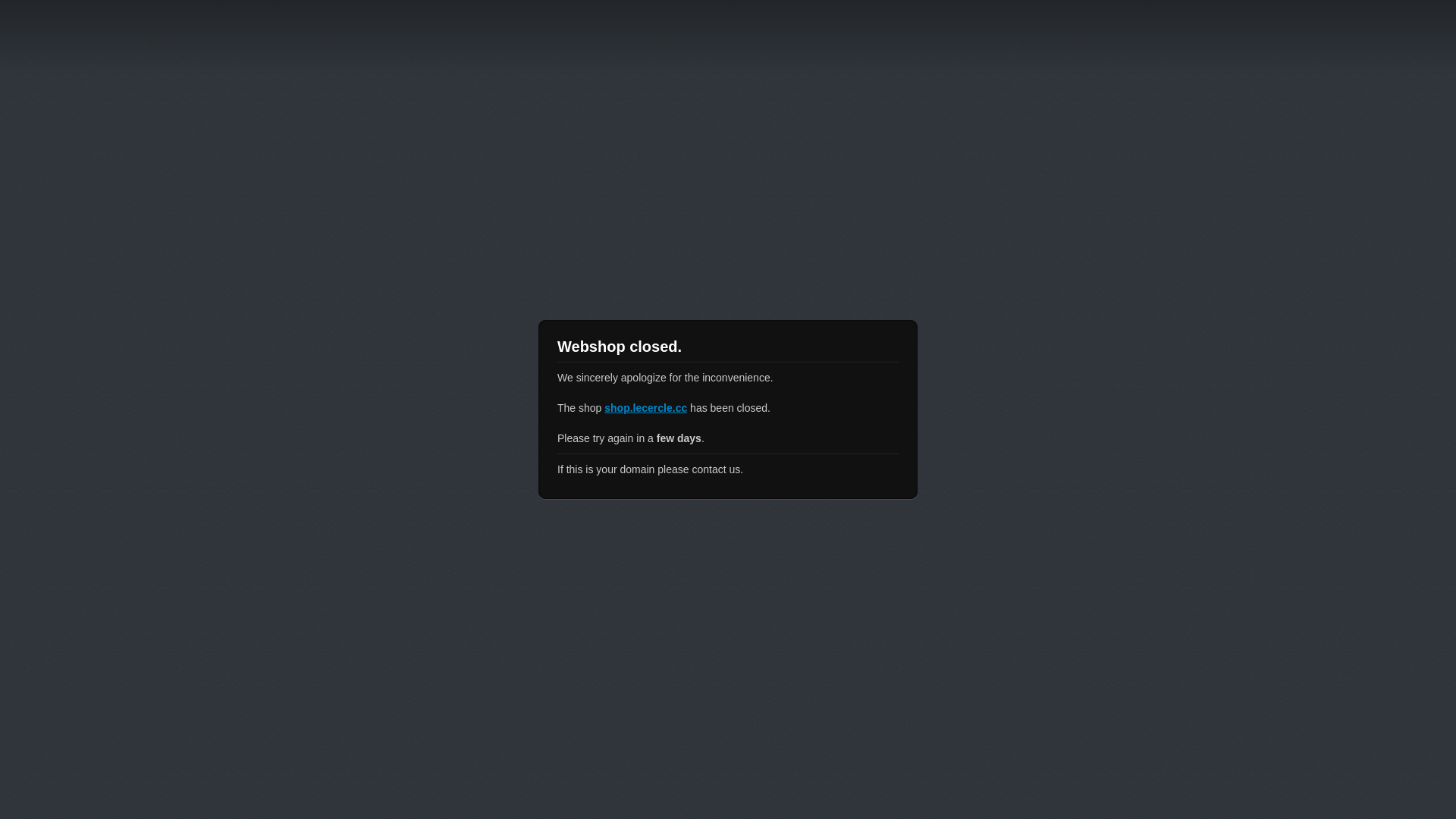 The height and width of the screenshot is (819, 1456). What do you see at coordinates (645, 406) in the screenshot?
I see `'shop.lecercle.cc'` at bounding box center [645, 406].